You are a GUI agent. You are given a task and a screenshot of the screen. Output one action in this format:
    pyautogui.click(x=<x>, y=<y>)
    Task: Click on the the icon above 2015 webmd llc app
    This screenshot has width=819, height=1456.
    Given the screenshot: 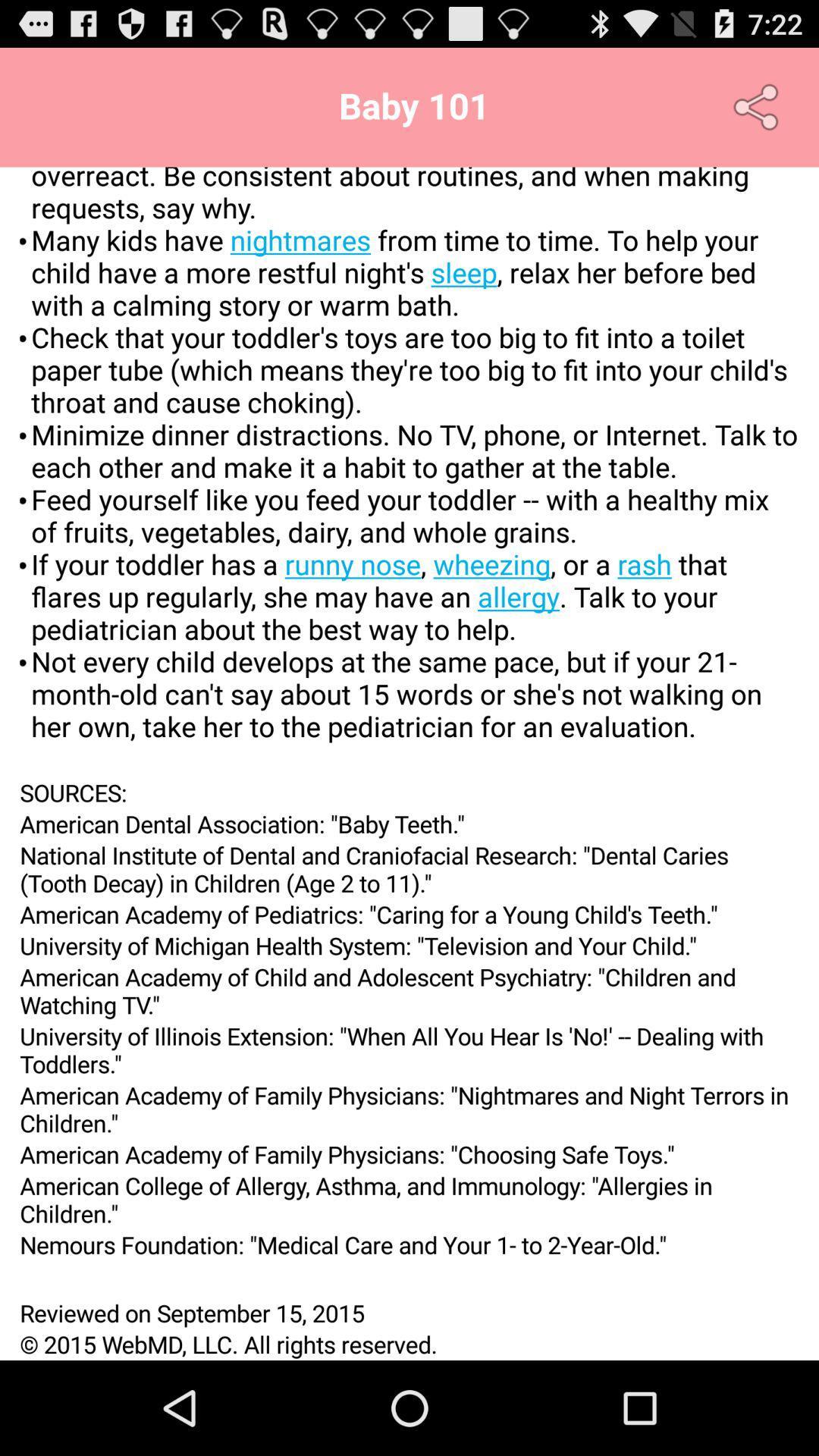 What is the action you would take?
    pyautogui.click(x=409, y=1312)
    